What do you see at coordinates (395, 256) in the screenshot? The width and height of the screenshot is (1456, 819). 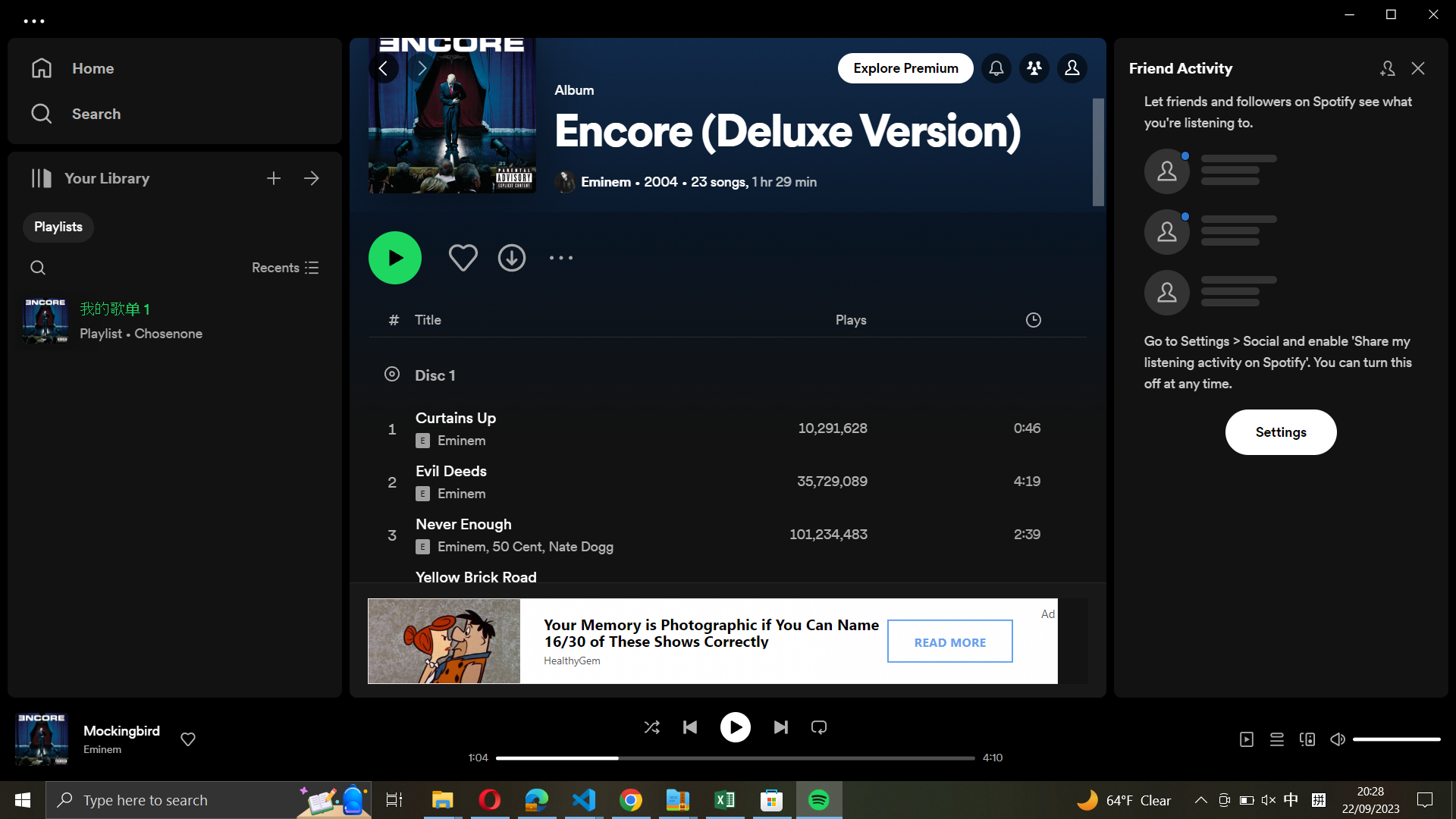 I see `Play the playlist` at bounding box center [395, 256].